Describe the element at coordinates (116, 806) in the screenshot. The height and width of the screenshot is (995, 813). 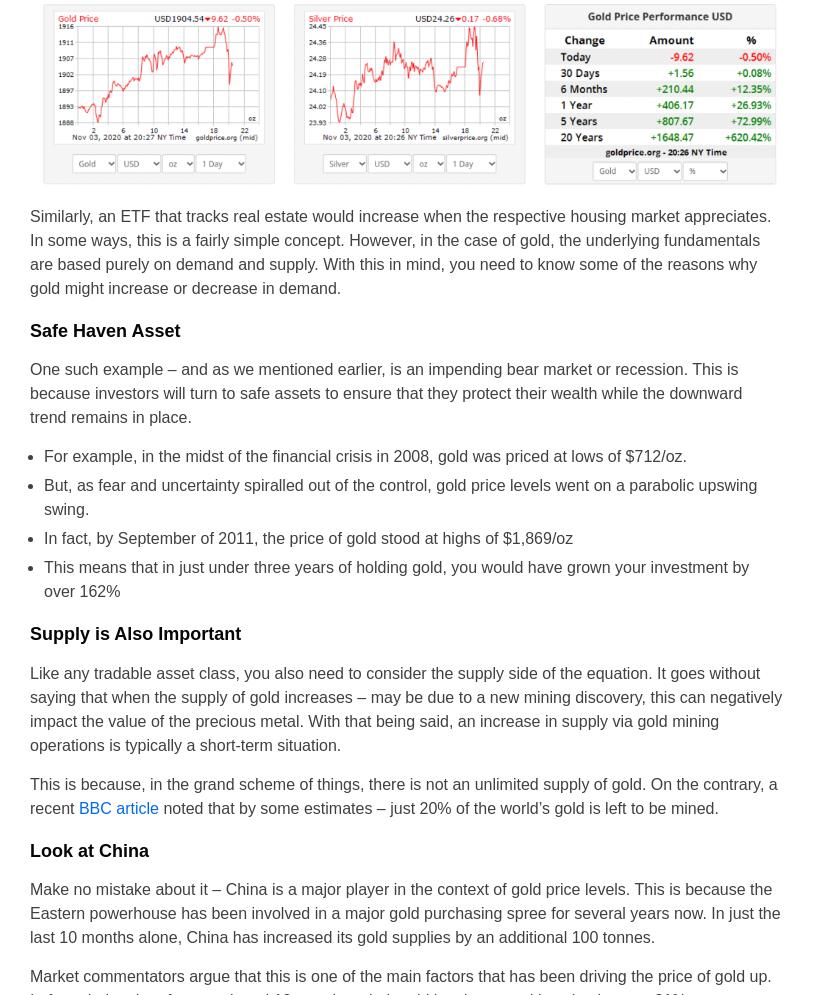
I see `'BBC article'` at that location.